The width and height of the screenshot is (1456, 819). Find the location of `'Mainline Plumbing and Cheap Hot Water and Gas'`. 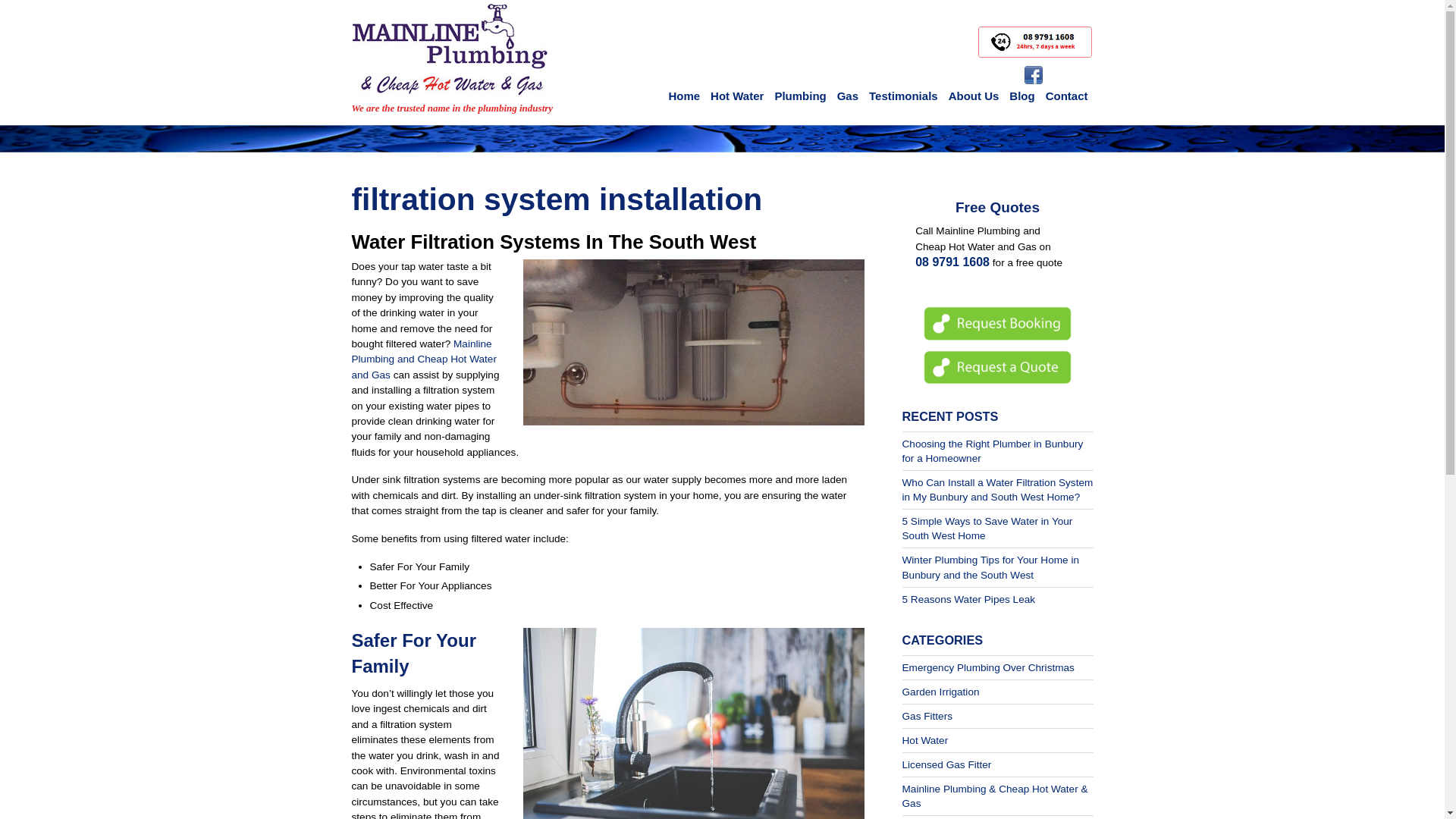

'Mainline Plumbing and Cheap Hot Water and Gas' is located at coordinates (424, 359).